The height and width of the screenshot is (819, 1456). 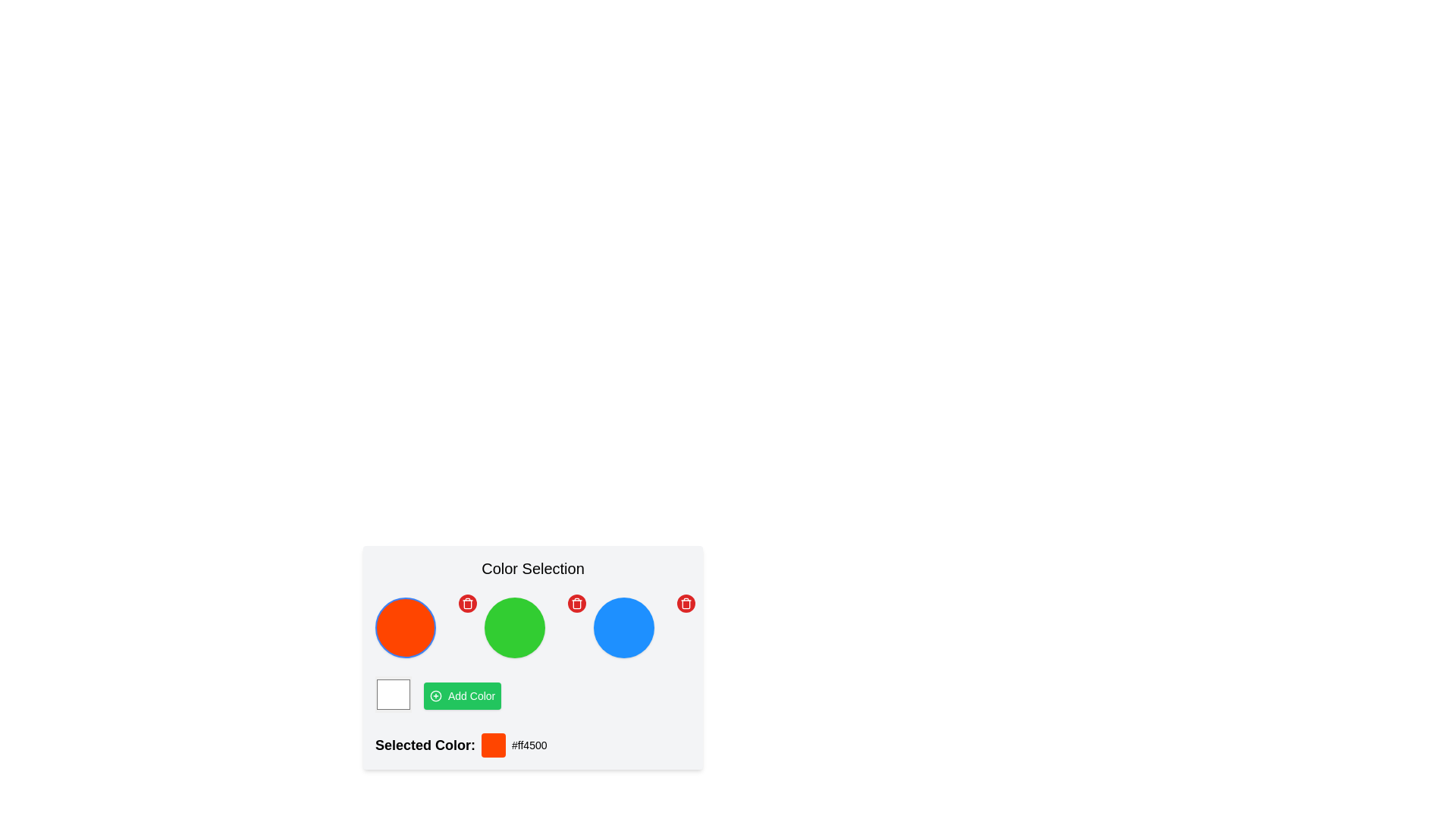 What do you see at coordinates (642, 628) in the screenshot?
I see `the third circular color selection option in the color selection interface` at bounding box center [642, 628].